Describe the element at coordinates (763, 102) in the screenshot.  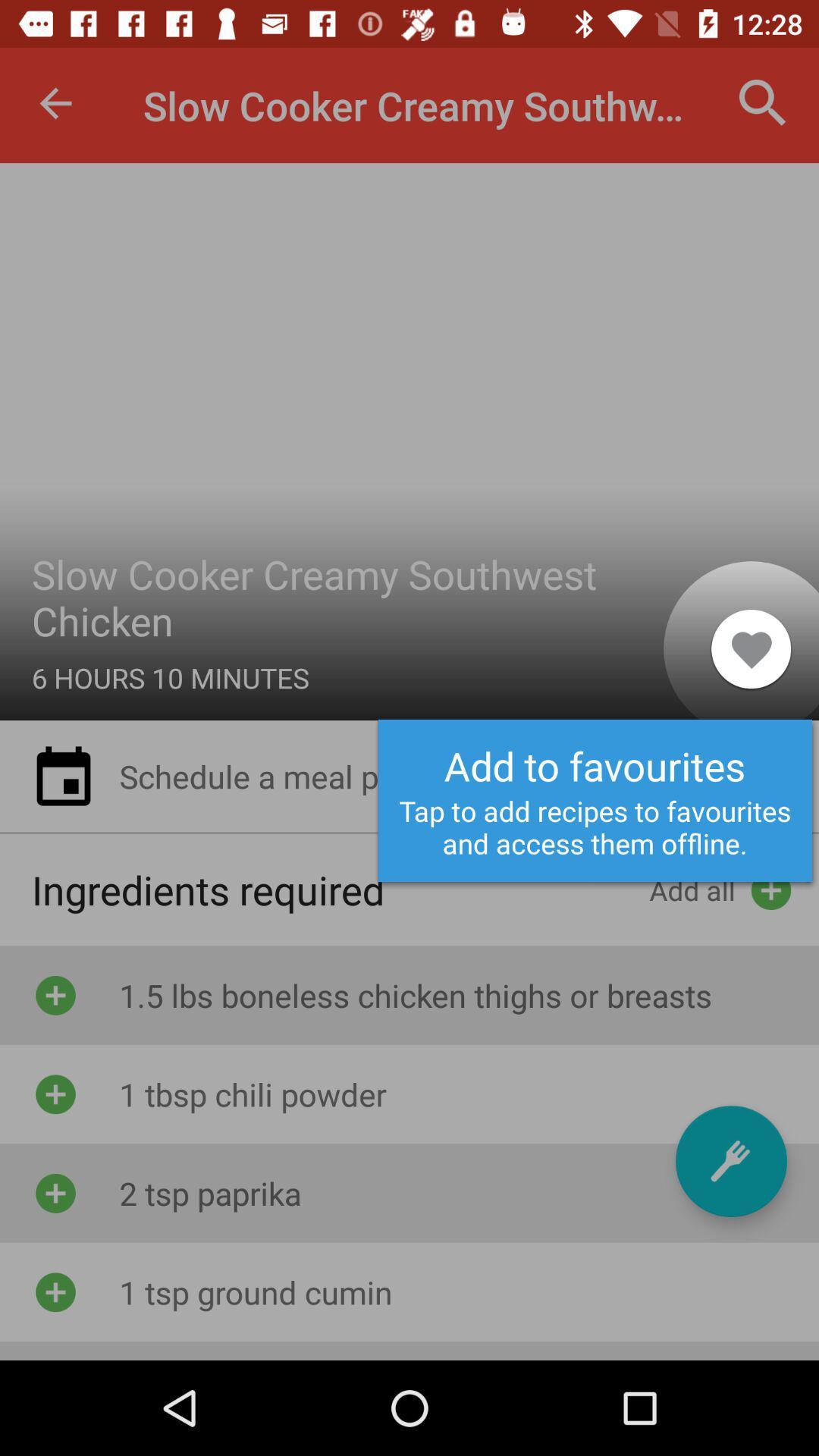
I see `the item at the top right corner` at that location.